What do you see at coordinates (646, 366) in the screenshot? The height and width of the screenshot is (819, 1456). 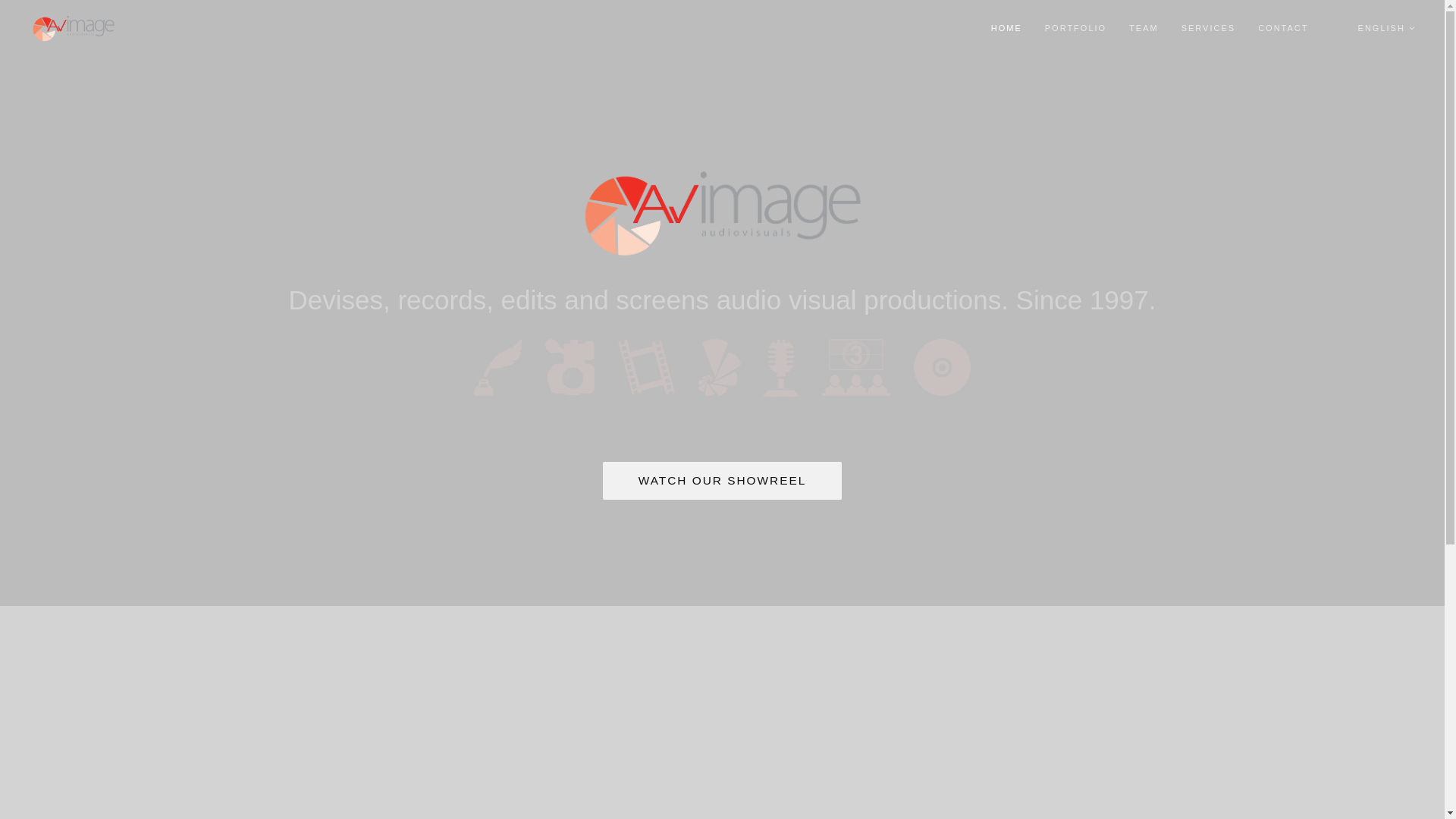 I see `'Montage'` at bounding box center [646, 366].